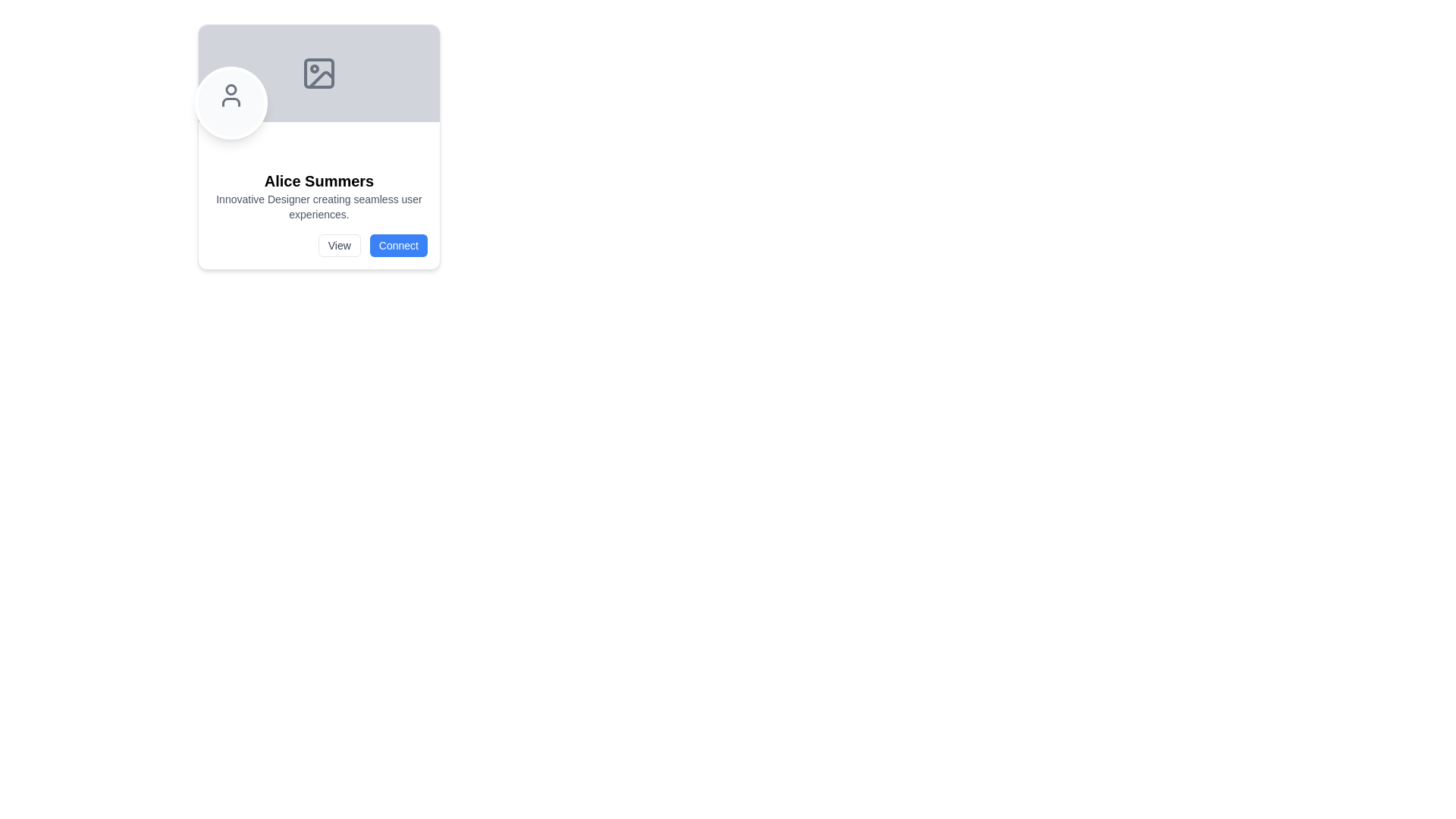 The width and height of the screenshot is (1456, 819). Describe the element at coordinates (231, 89) in the screenshot. I see `the circular shape that is part of the user profile icon within the card interface, which is centered horizontally above the user's name and description` at that location.